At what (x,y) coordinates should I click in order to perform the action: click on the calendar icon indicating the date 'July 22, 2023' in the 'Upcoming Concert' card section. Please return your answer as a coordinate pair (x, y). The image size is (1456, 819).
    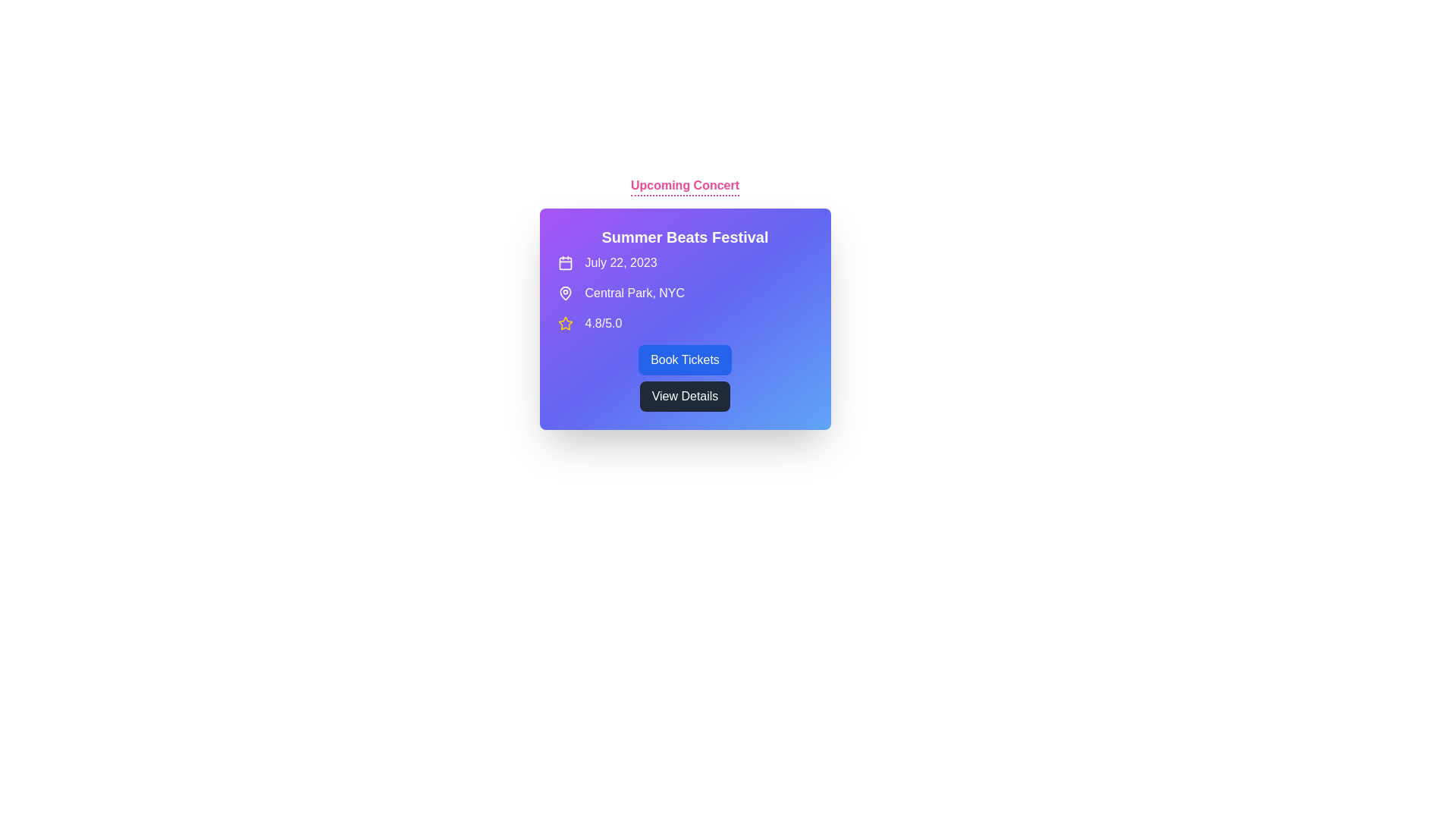
    Looking at the image, I should click on (564, 262).